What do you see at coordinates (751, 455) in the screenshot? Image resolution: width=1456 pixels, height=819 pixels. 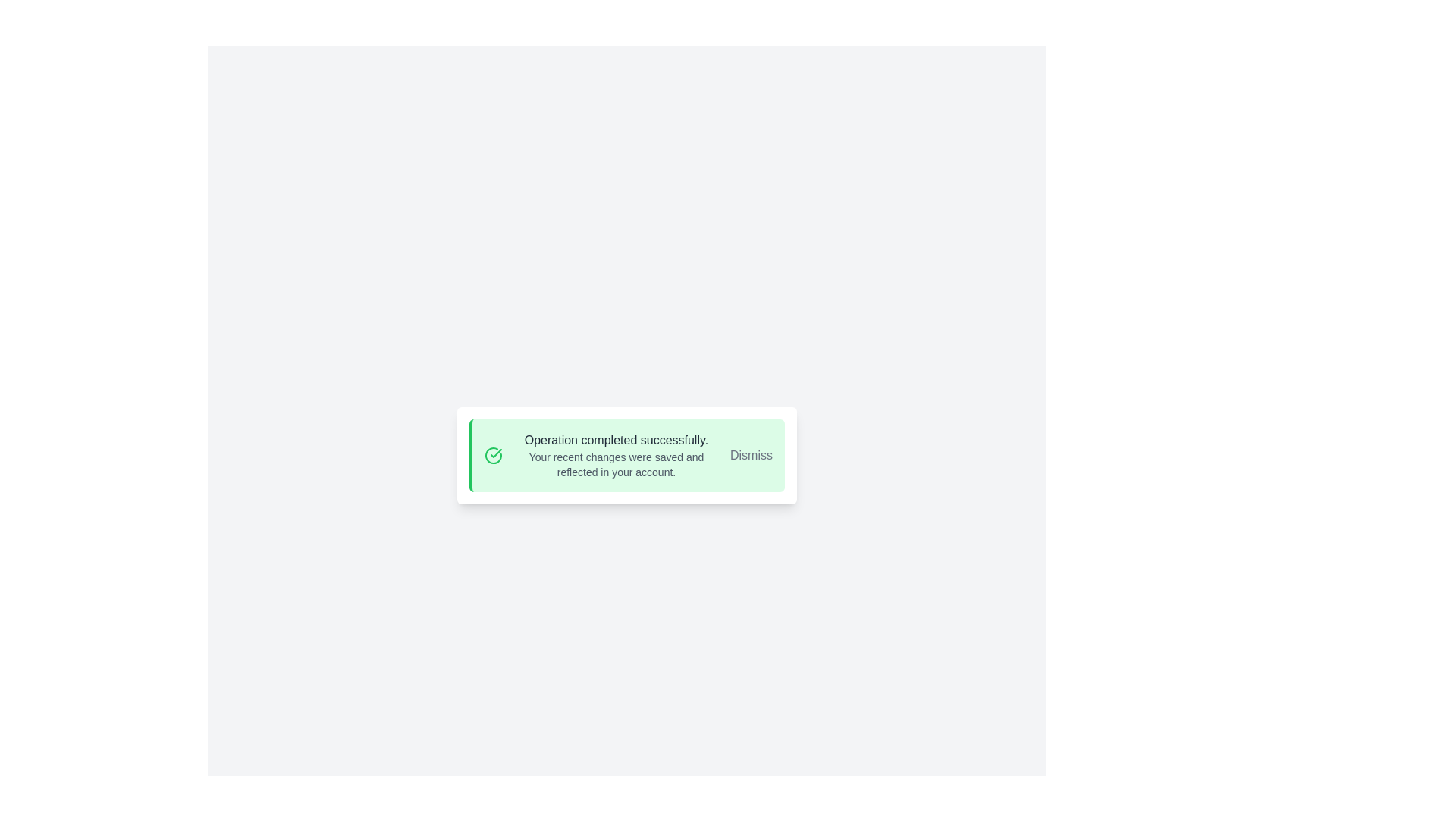 I see `the 'Dismiss' button located at the far right inside the notification banner` at bounding box center [751, 455].